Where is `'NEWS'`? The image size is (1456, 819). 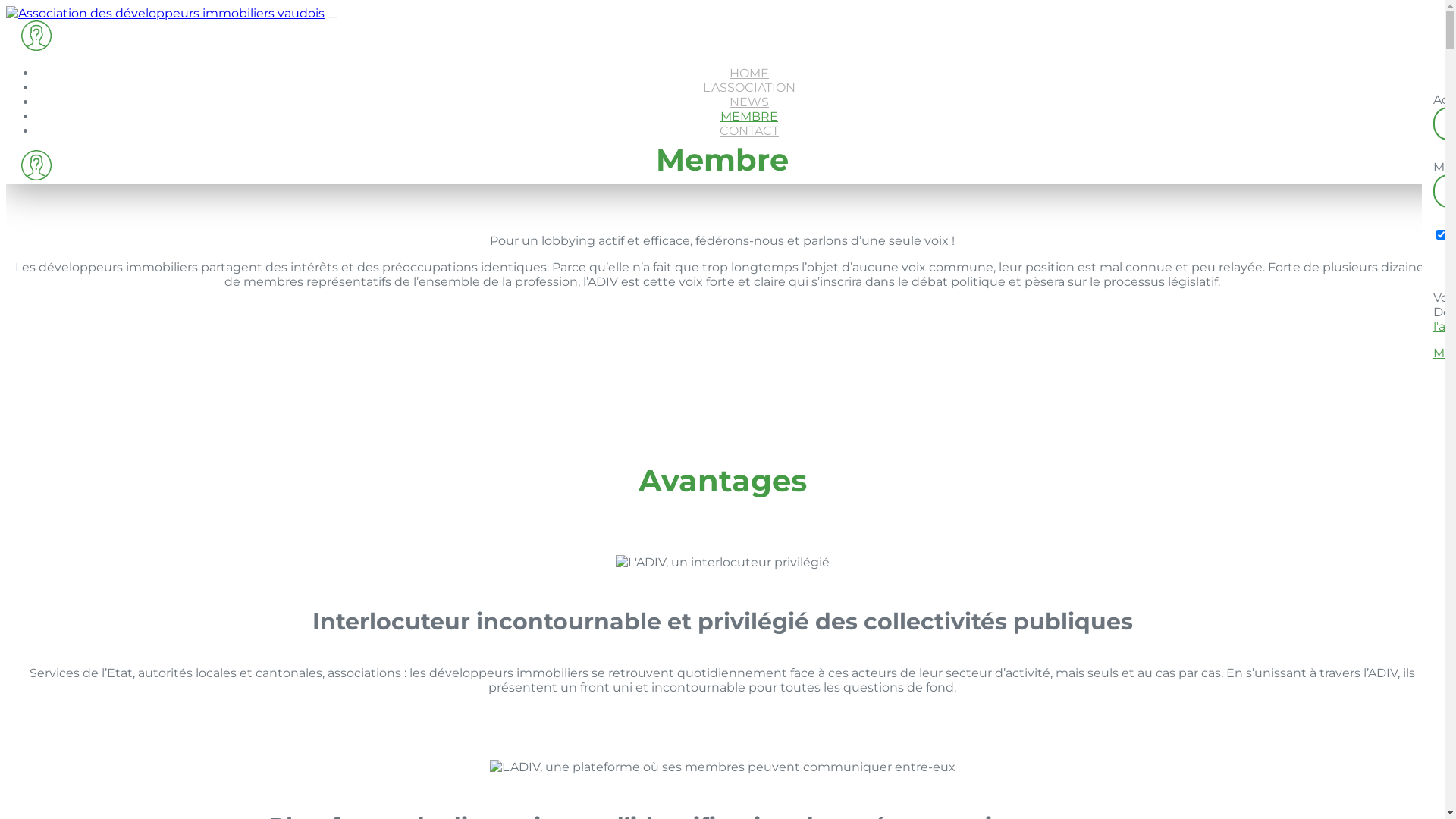 'NEWS' is located at coordinates (749, 102).